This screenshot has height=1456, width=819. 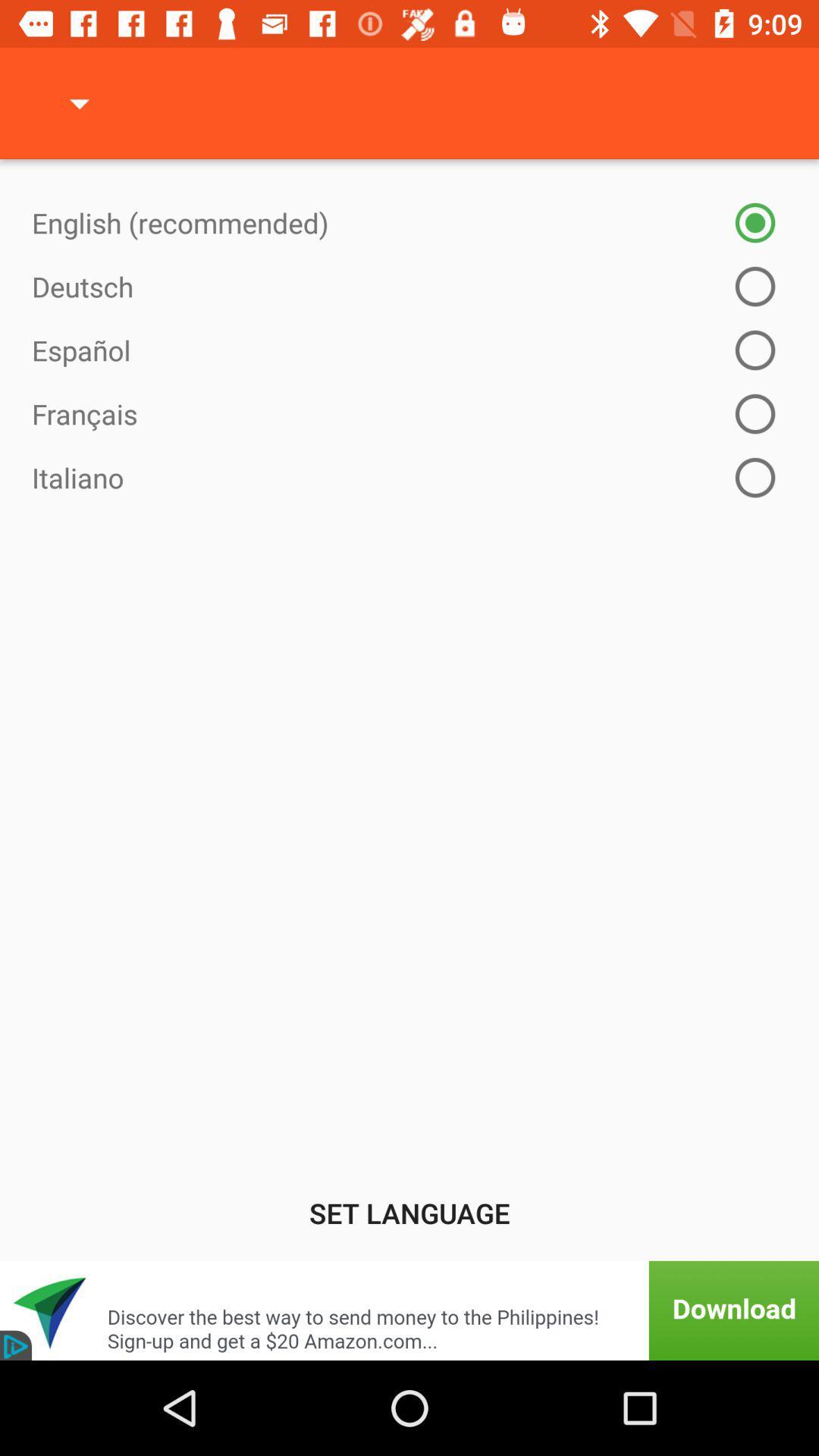 What do you see at coordinates (79, 102) in the screenshot?
I see `the icon above english (recommended)` at bounding box center [79, 102].